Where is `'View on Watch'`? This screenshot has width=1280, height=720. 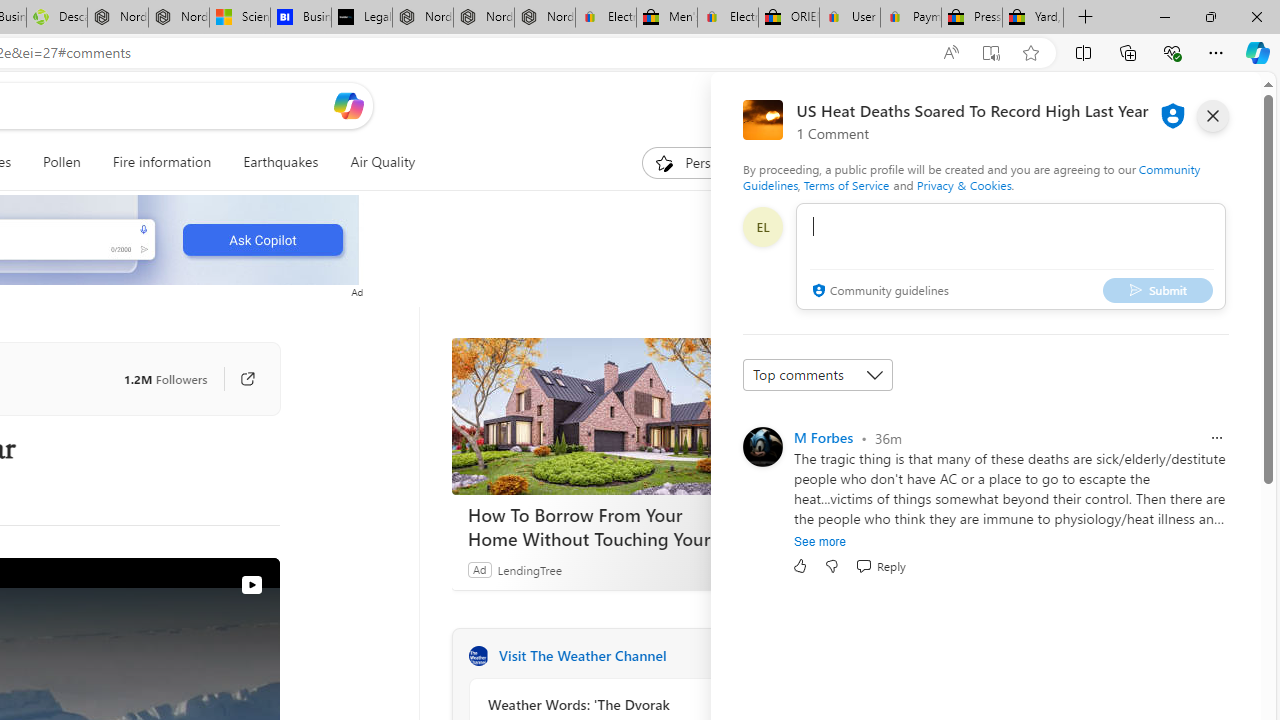
'View on Watch' is located at coordinates (250, 585).